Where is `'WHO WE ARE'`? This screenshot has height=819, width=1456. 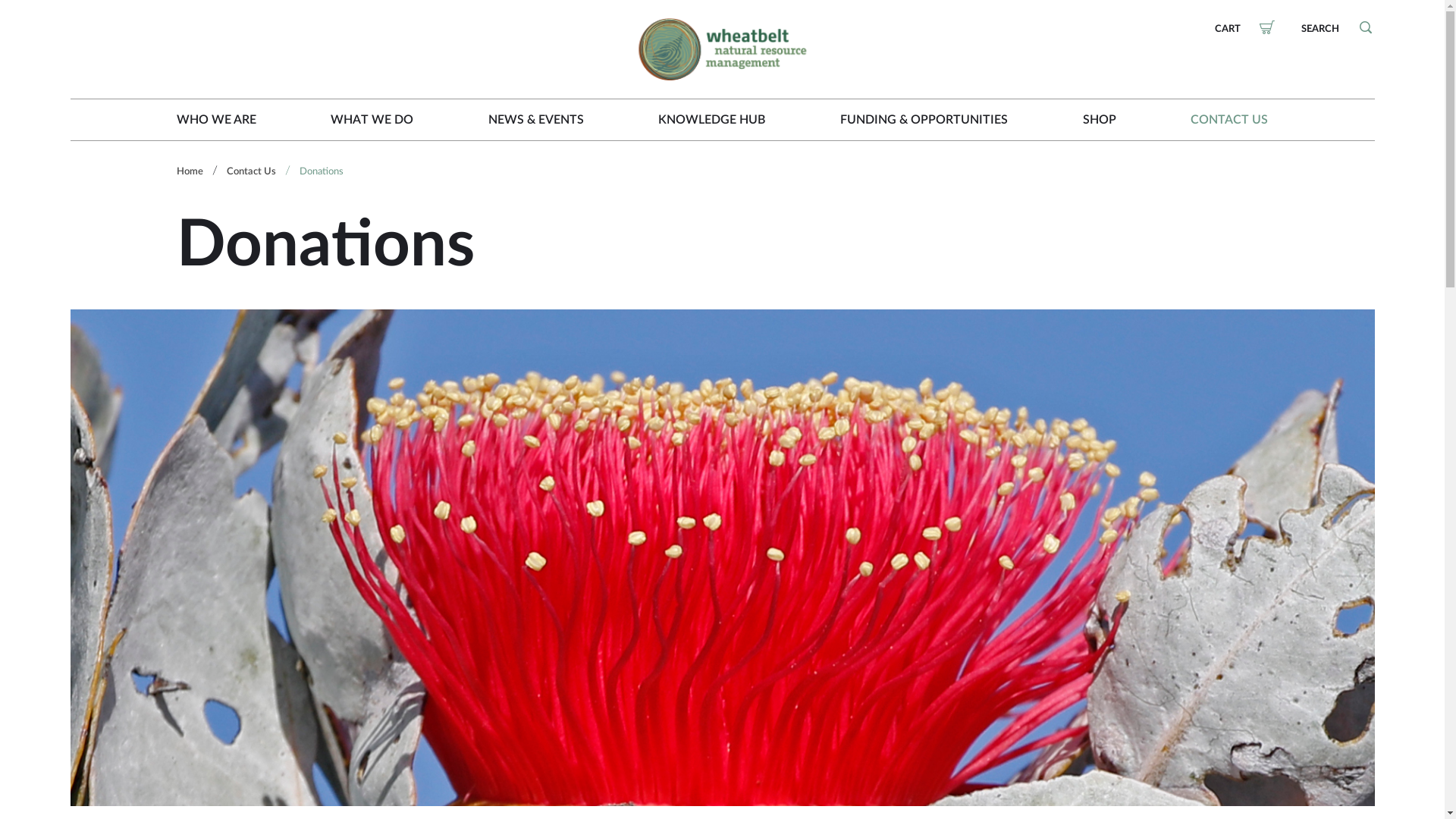
'WHO WE ARE' is located at coordinates (215, 119).